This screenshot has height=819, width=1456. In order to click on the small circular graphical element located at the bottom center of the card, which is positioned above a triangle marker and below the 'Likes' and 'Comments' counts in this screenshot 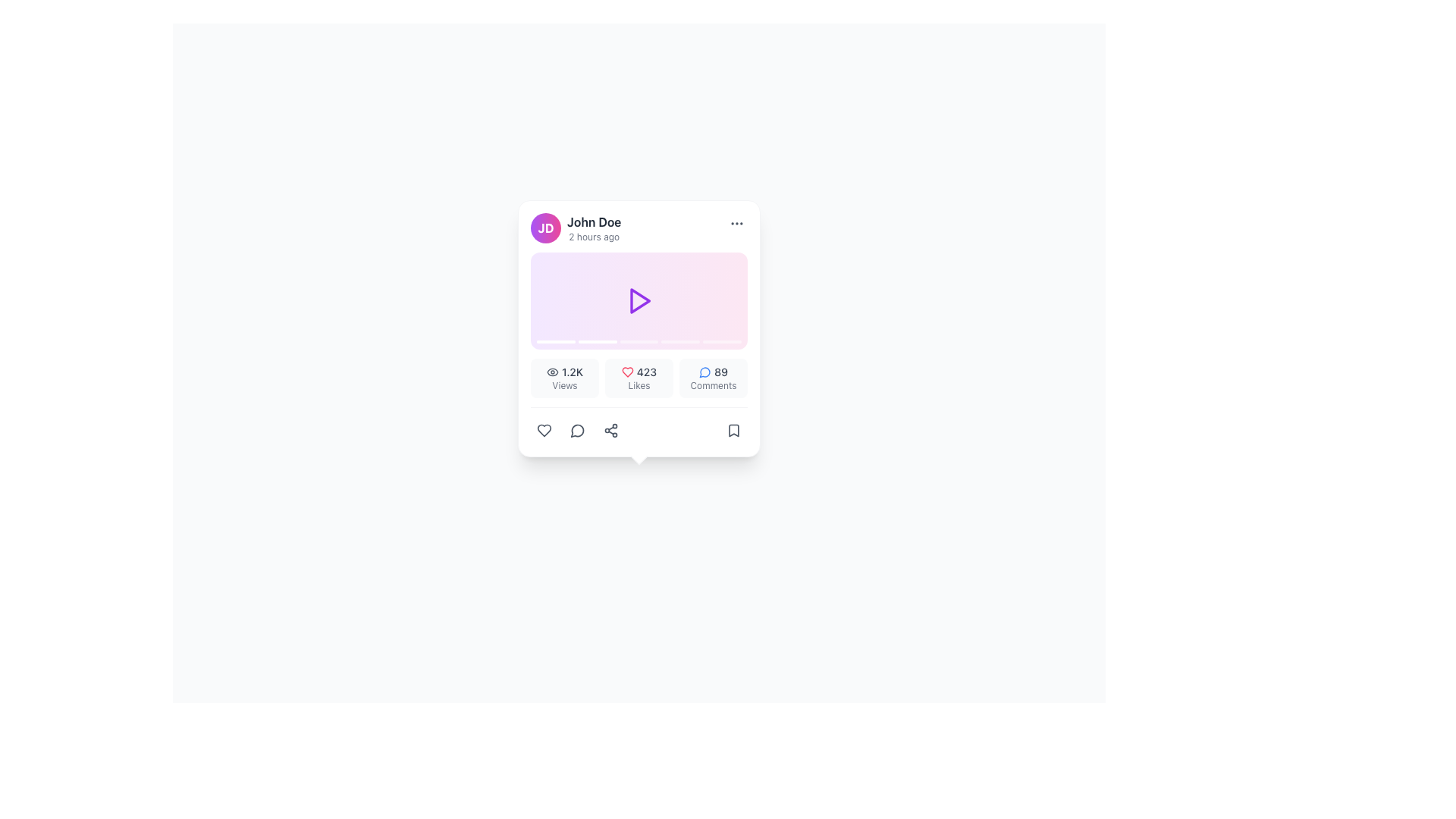, I will do `click(639, 432)`.